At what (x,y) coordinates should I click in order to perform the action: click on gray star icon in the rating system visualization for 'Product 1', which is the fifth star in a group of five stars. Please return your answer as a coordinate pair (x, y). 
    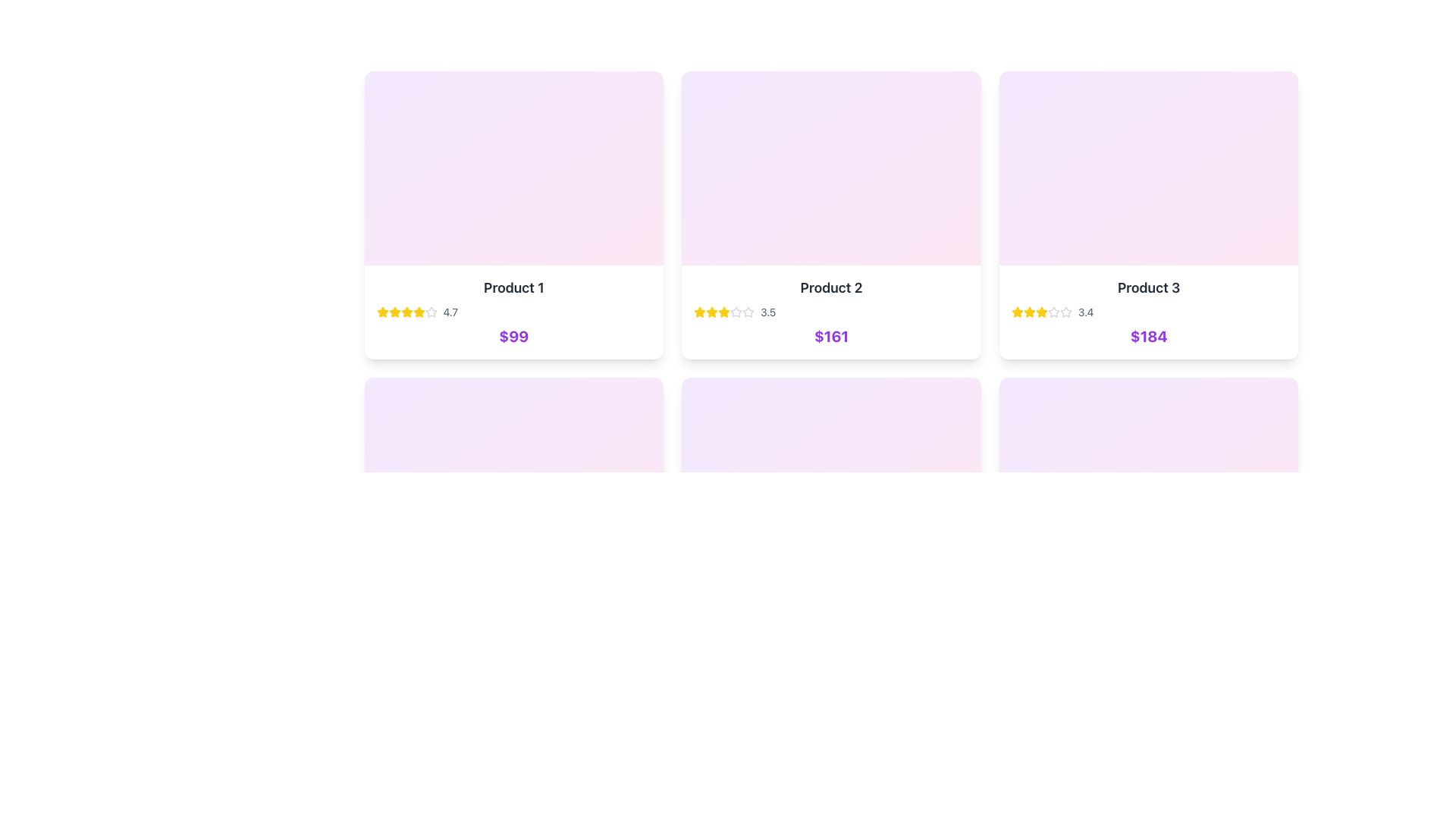
    Looking at the image, I should click on (430, 311).